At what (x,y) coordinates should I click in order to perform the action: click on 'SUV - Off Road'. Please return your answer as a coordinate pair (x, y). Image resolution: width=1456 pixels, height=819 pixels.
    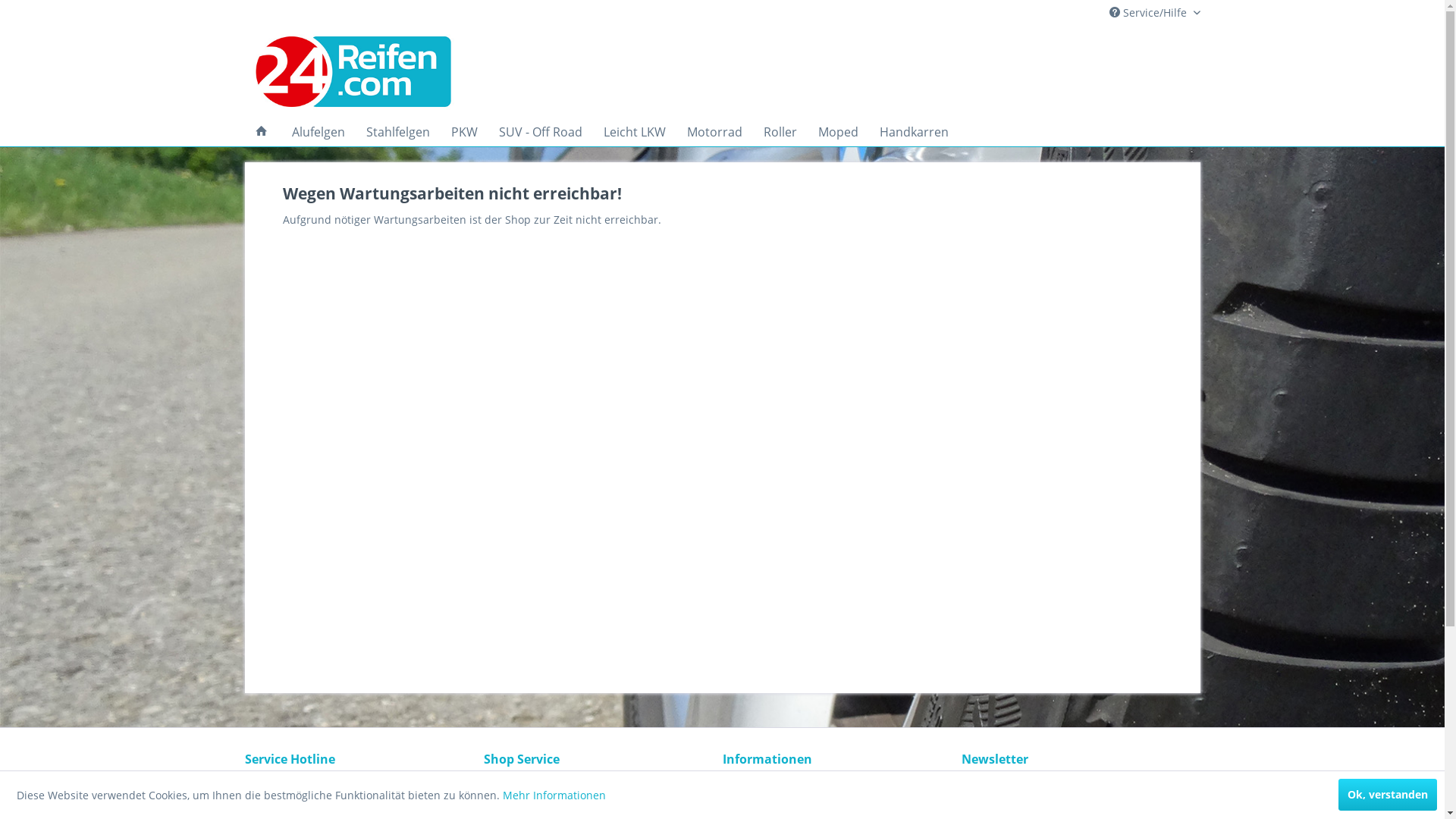
    Looking at the image, I should click on (541, 130).